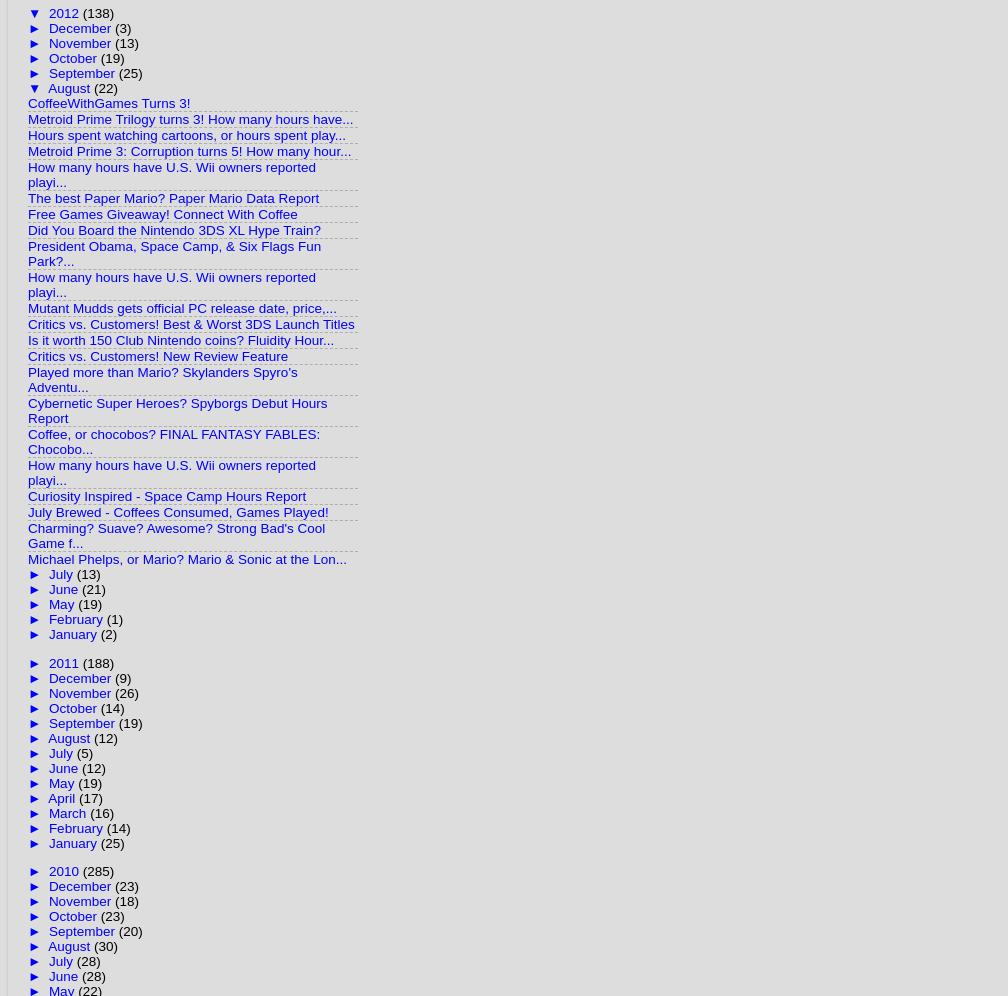 Image resolution: width=1008 pixels, height=996 pixels. Describe the element at coordinates (93, 589) in the screenshot. I see `'(21)'` at that location.